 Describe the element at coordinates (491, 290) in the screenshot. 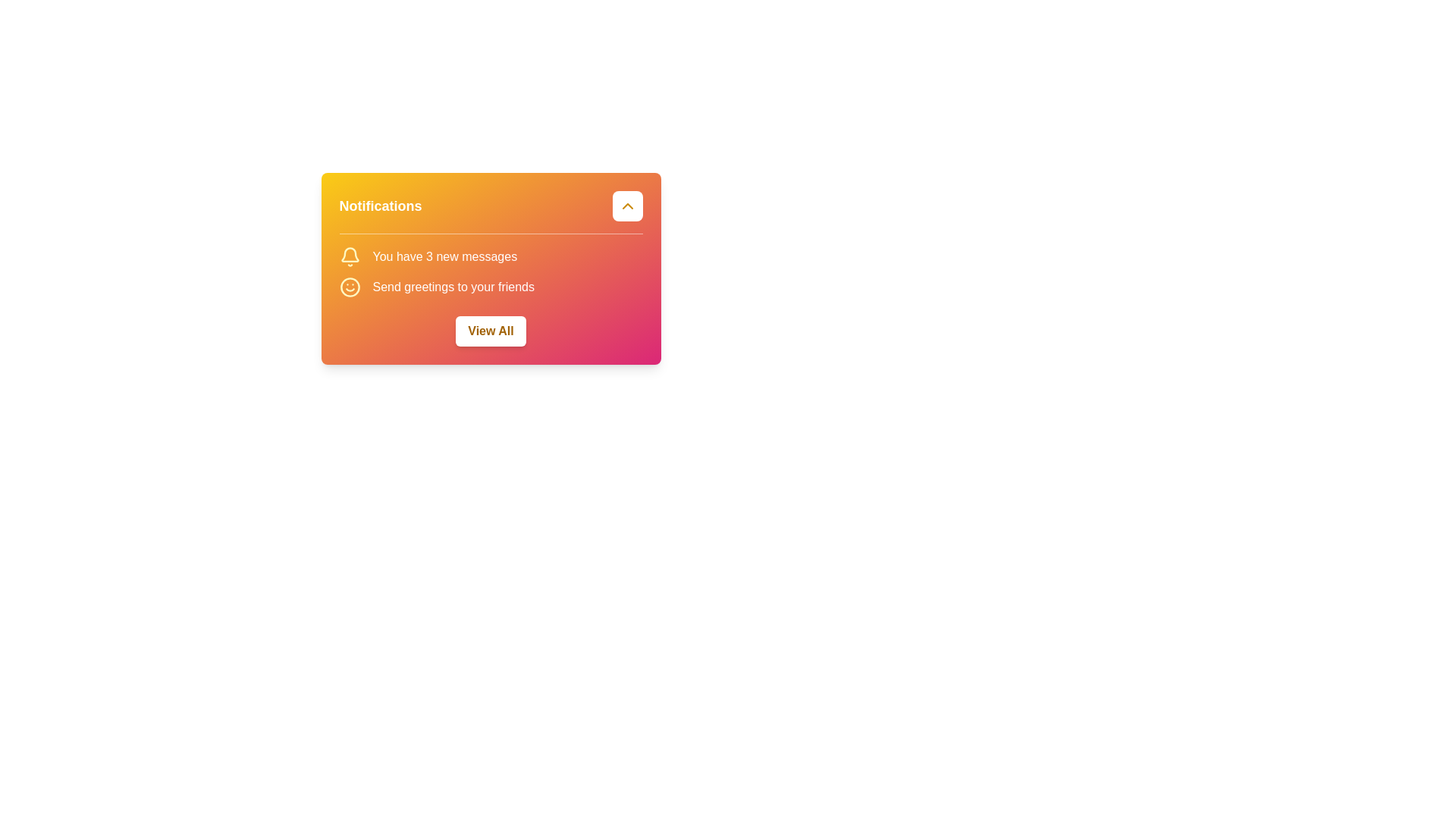

I see `the Informational panel containing notifications about new messages and greetings, located centrally under the title 'Notifications'` at that location.